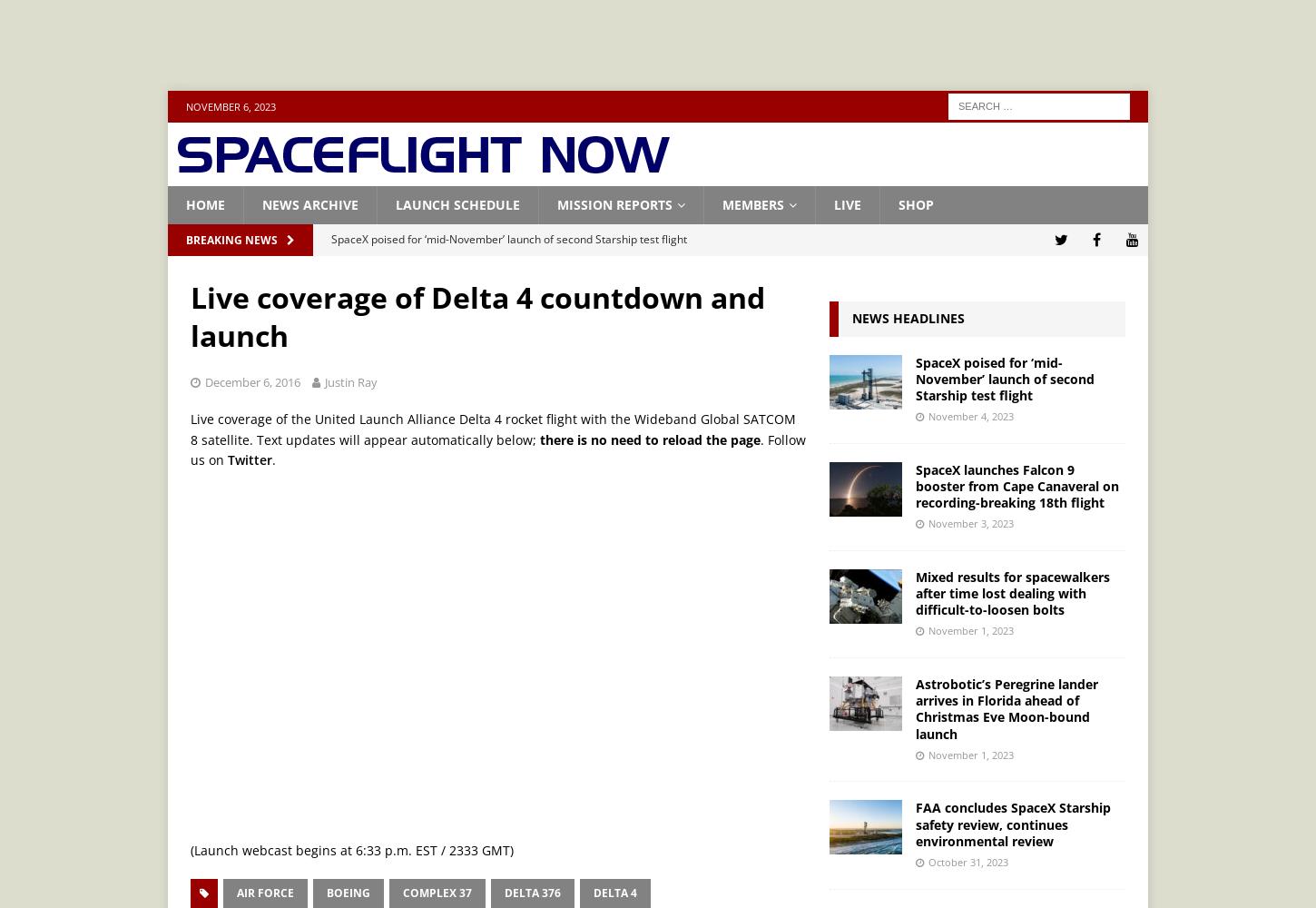 The width and height of the screenshot is (1316, 908). Describe the element at coordinates (274, 459) in the screenshot. I see `'.'` at that location.